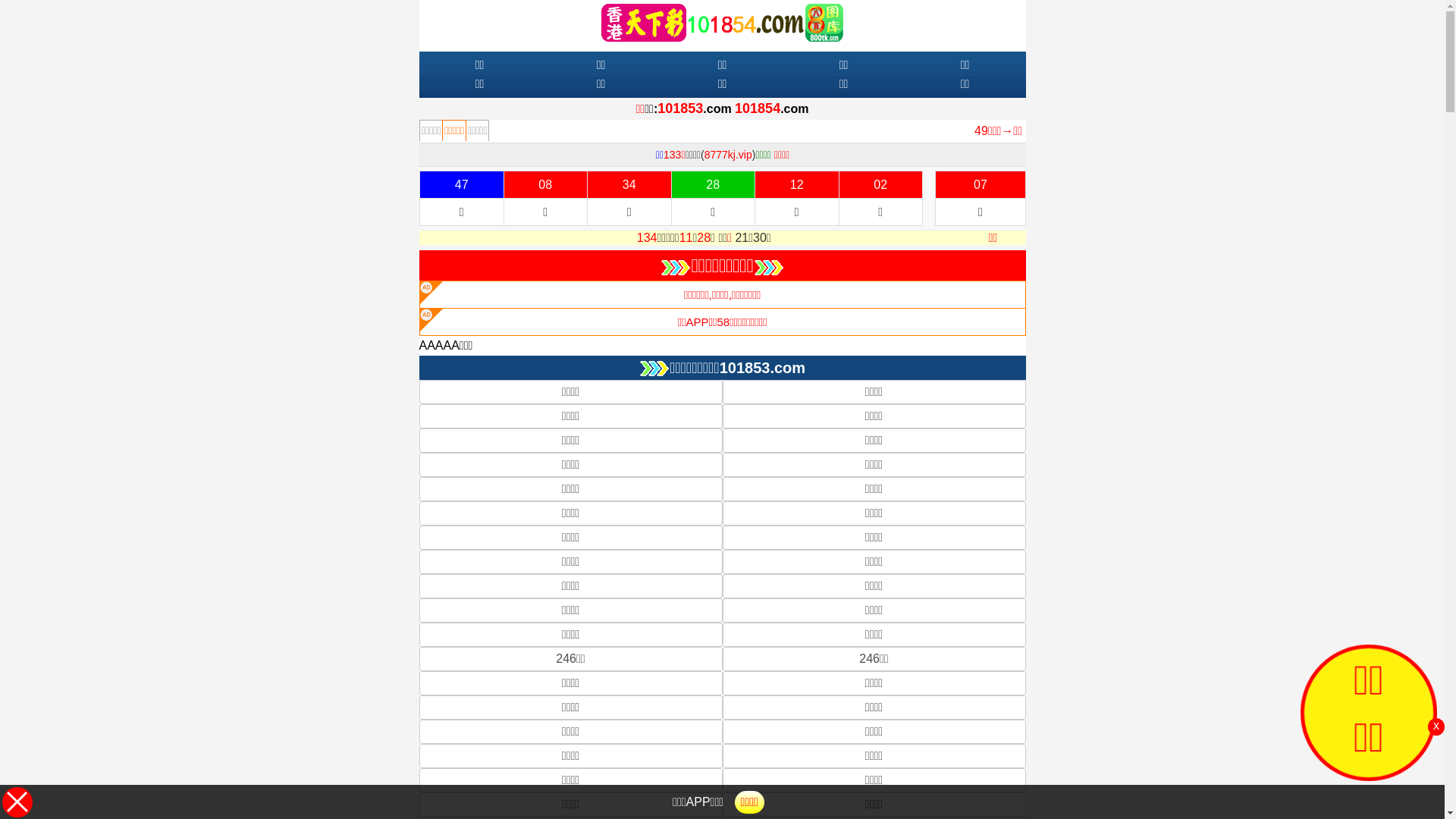  What do you see at coordinates (1436, 726) in the screenshot?
I see `'x'` at bounding box center [1436, 726].